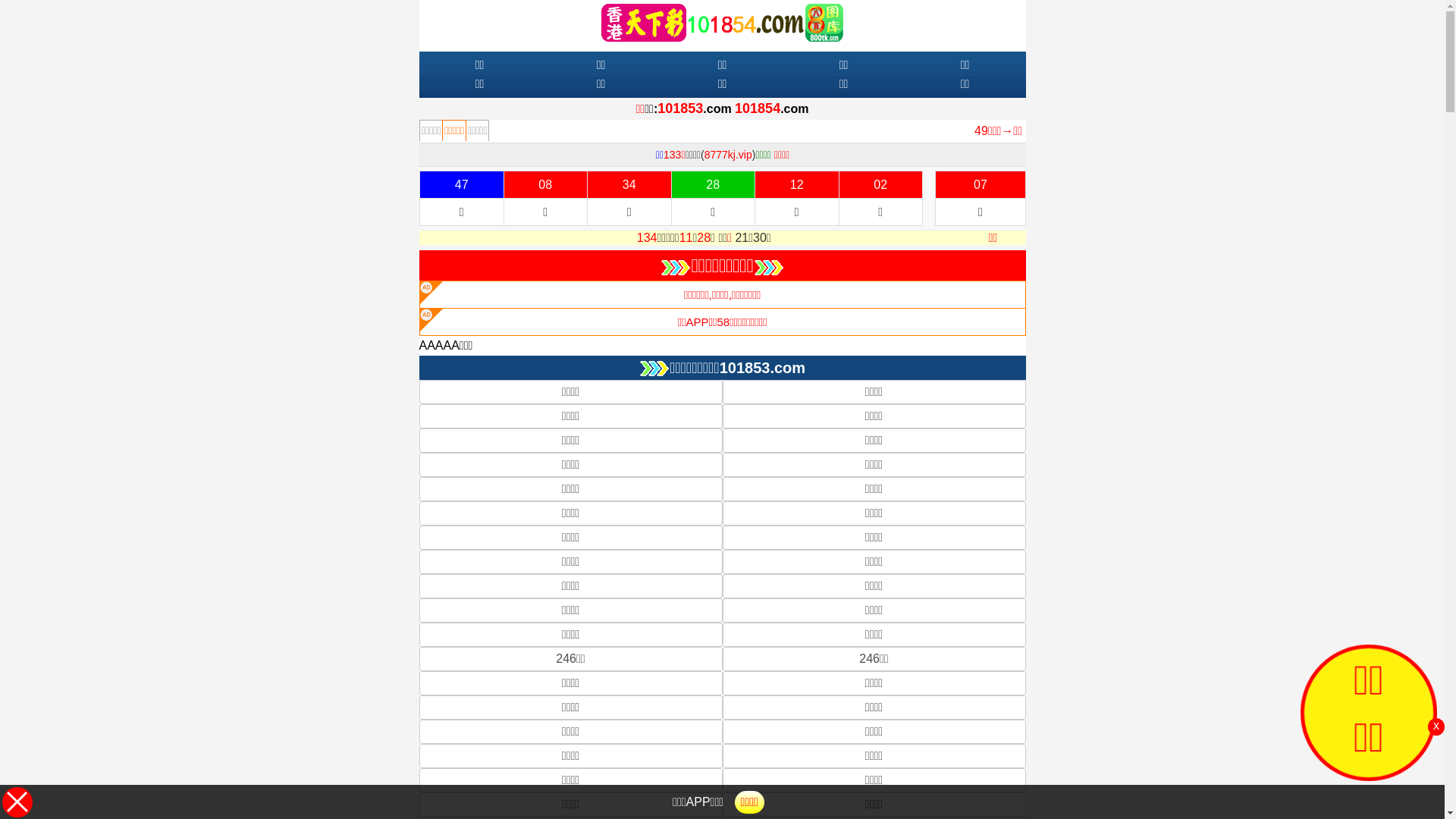  What do you see at coordinates (1436, 726) in the screenshot?
I see `'x'` at bounding box center [1436, 726].